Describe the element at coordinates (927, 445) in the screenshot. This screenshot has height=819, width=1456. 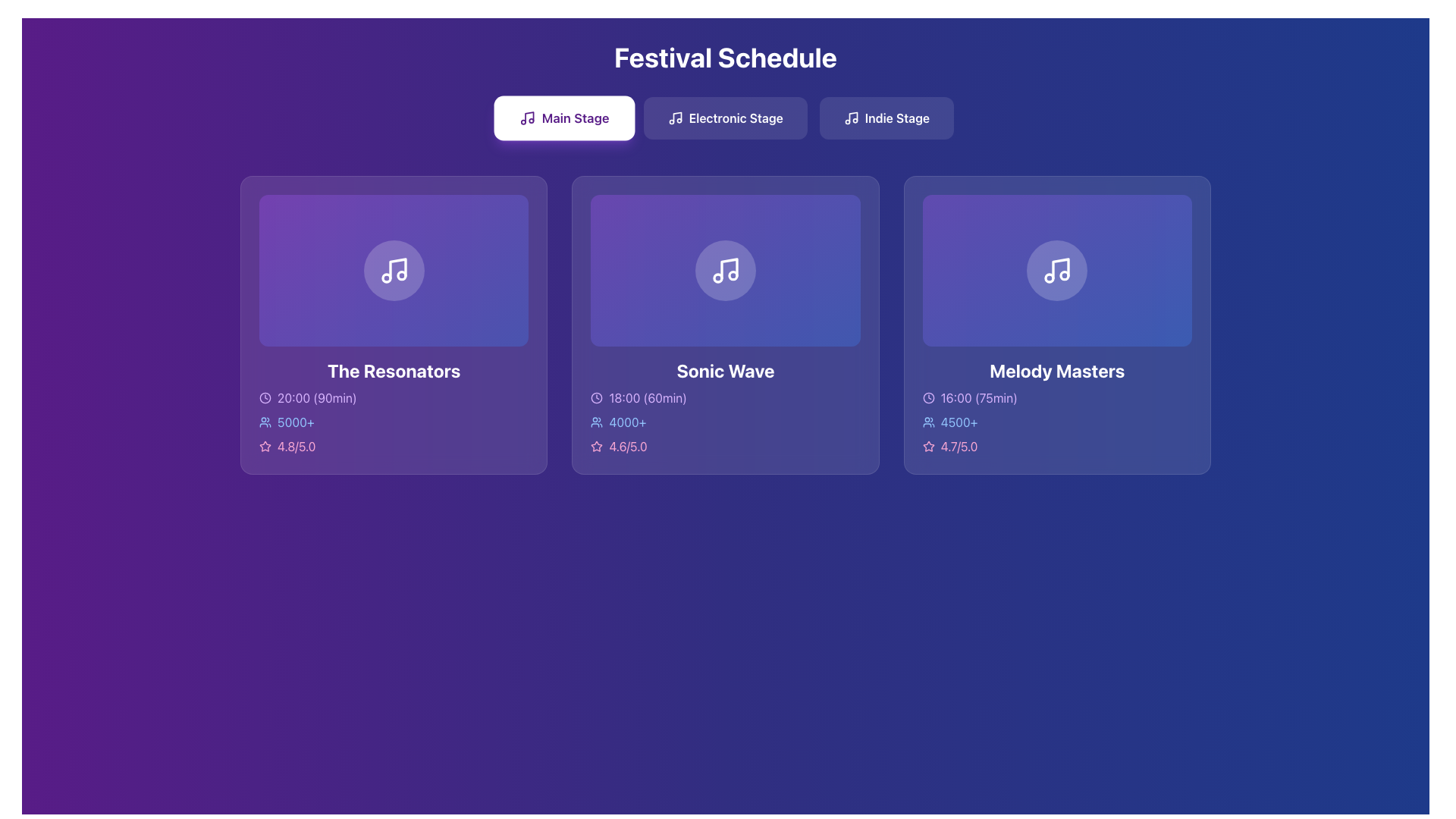
I see `the star-shaped rating icon for the 'Melody Masters' event listing in the rightmost column of the grid` at that location.